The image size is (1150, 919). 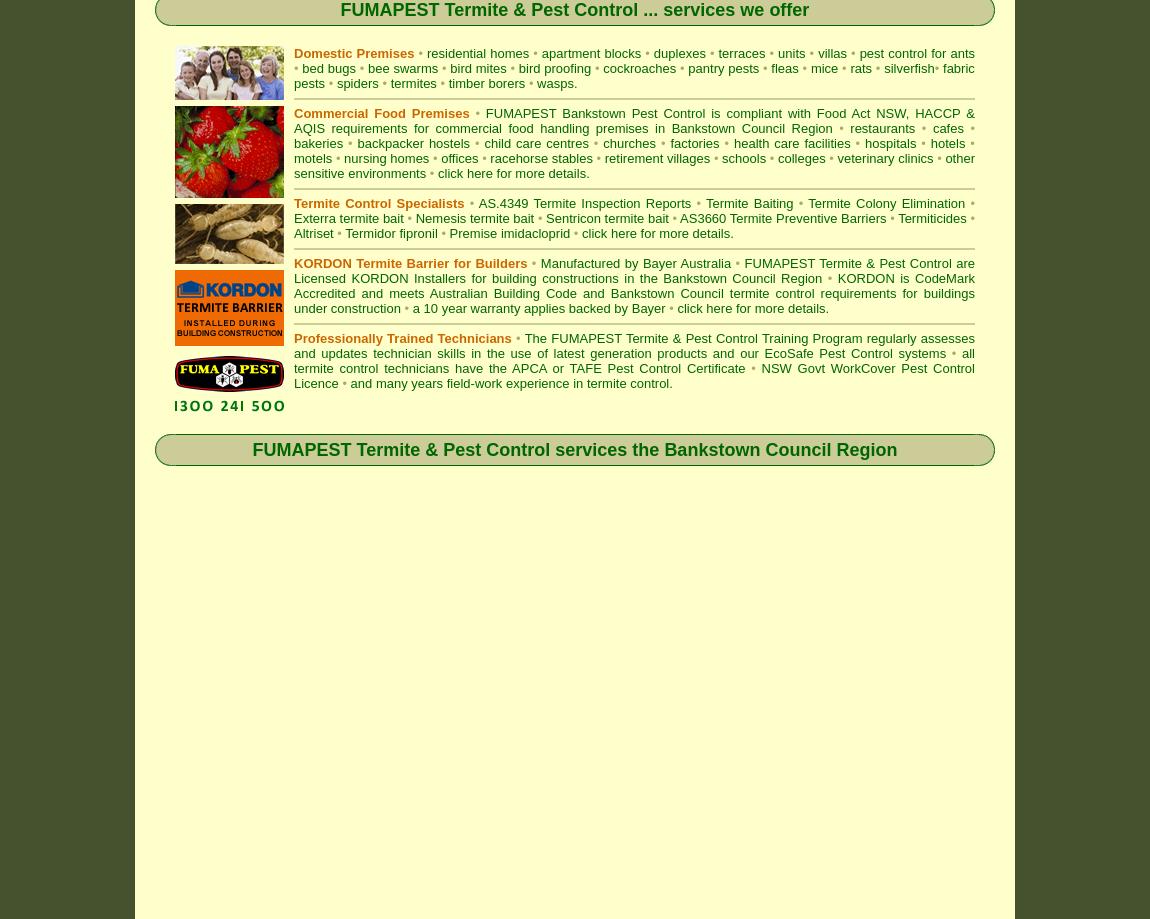 What do you see at coordinates (576, 127) in the screenshot?
I see `'food handling premises'` at bounding box center [576, 127].